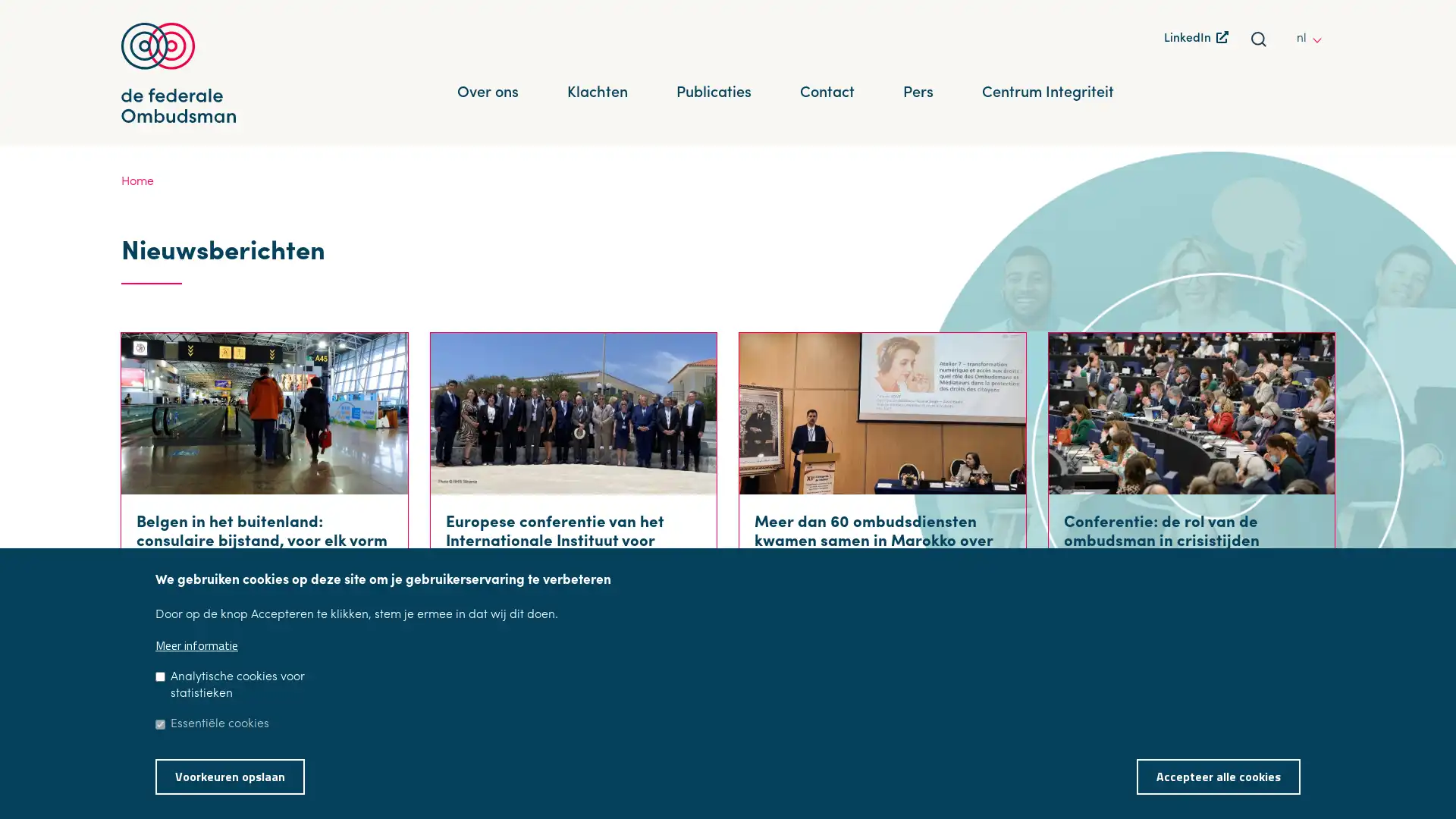 This screenshot has width=1456, height=819. What do you see at coordinates (1219, 776) in the screenshot?
I see `Accepteer alle cookies` at bounding box center [1219, 776].